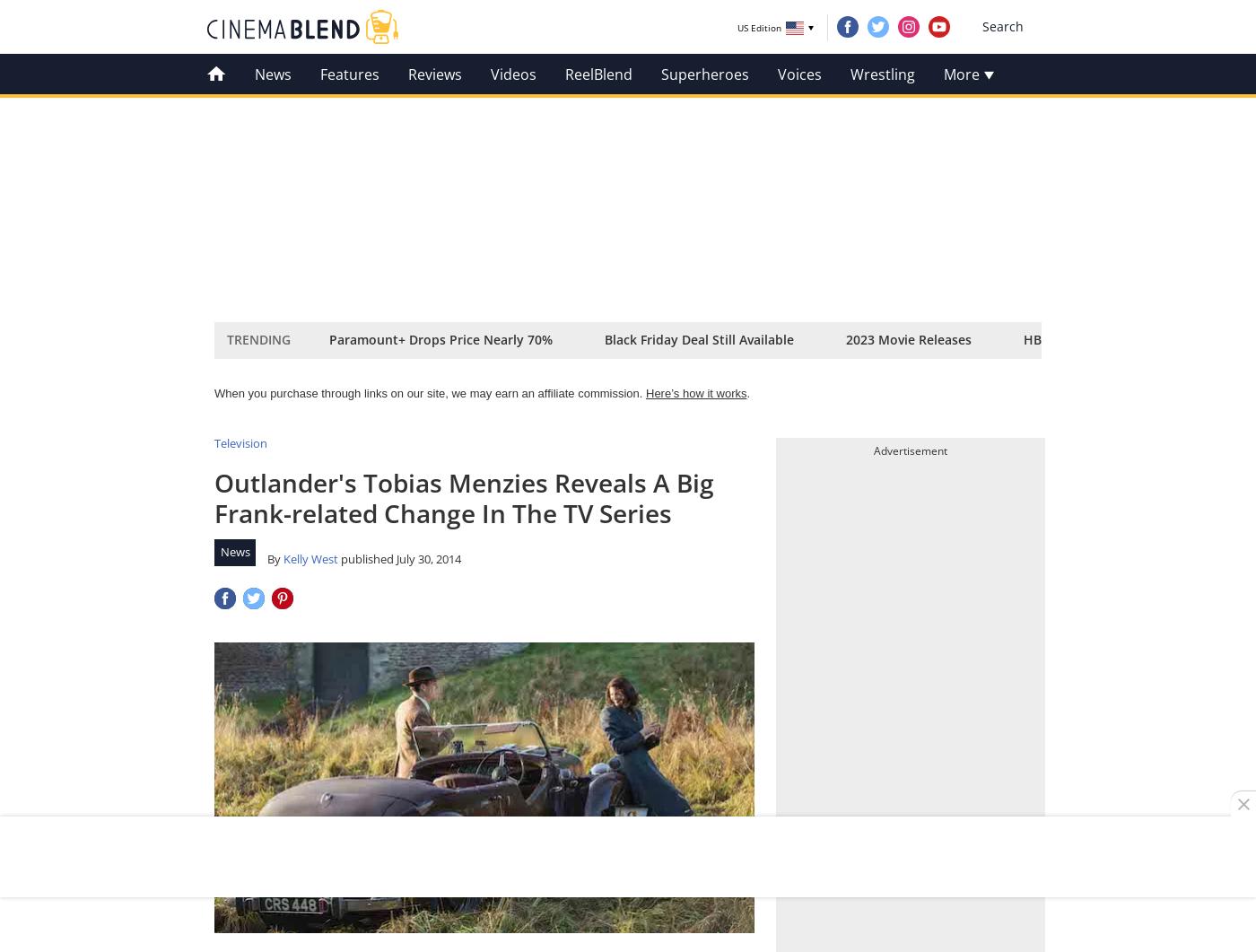  I want to click on 'published', so click(367, 556).